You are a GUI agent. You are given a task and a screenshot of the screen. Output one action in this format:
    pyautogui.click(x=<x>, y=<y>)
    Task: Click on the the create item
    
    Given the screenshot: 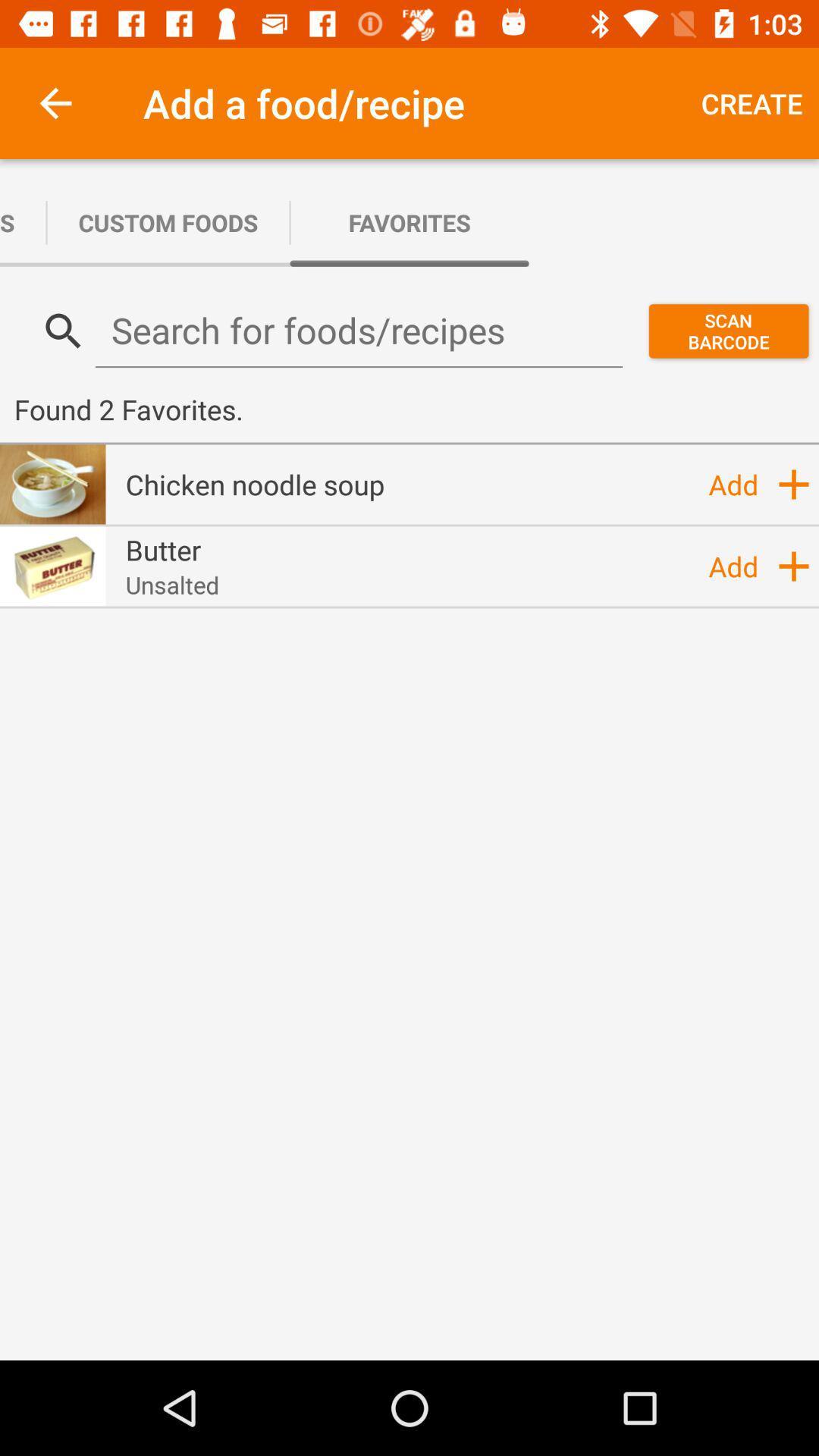 What is the action you would take?
    pyautogui.click(x=752, y=102)
    